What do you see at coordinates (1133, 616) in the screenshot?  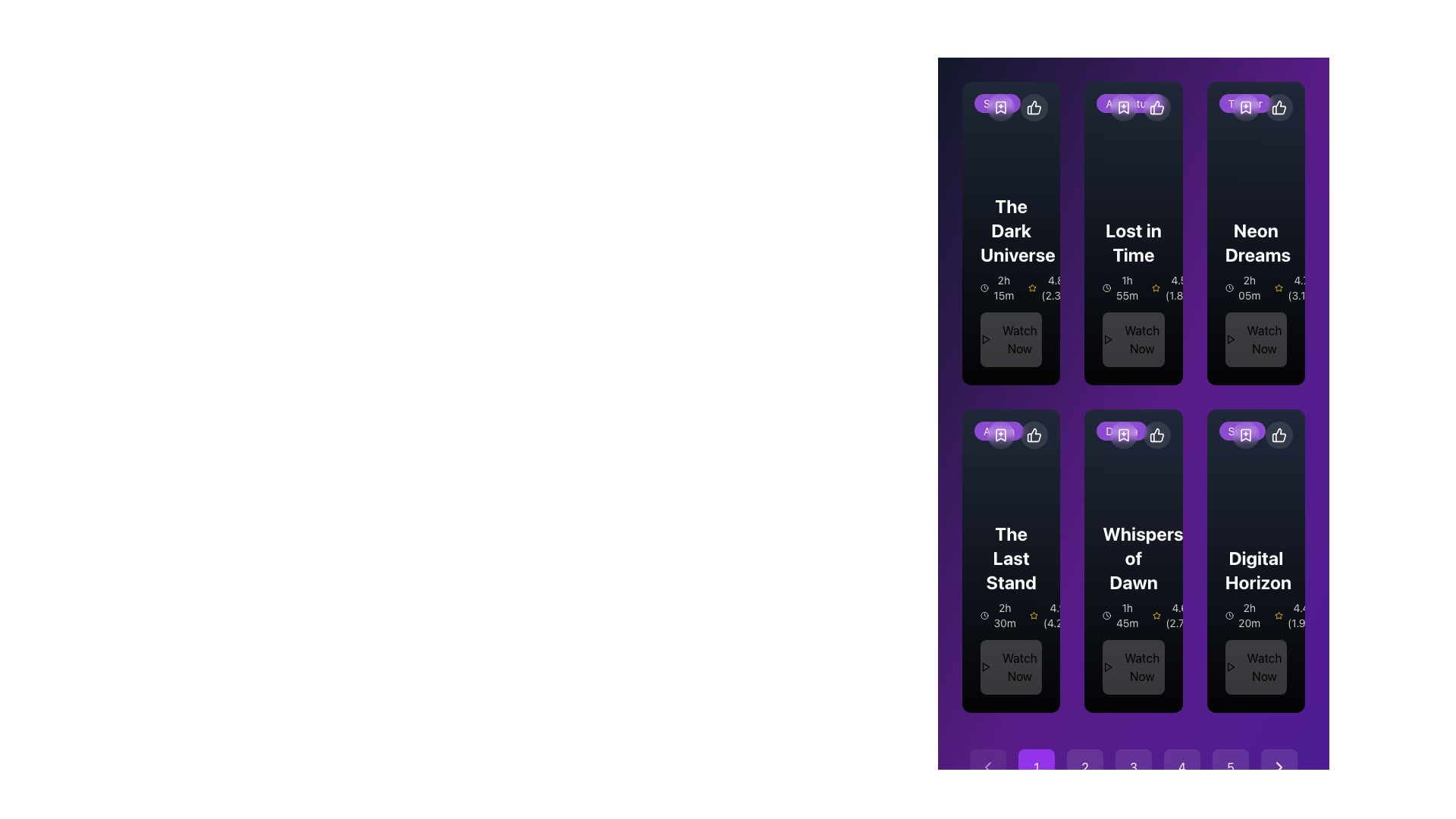 I see `the movie duration and rating information displayed in the Informational display beneath the title of the 'Whispers of Dawn' card` at bounding box center [1133, 616].